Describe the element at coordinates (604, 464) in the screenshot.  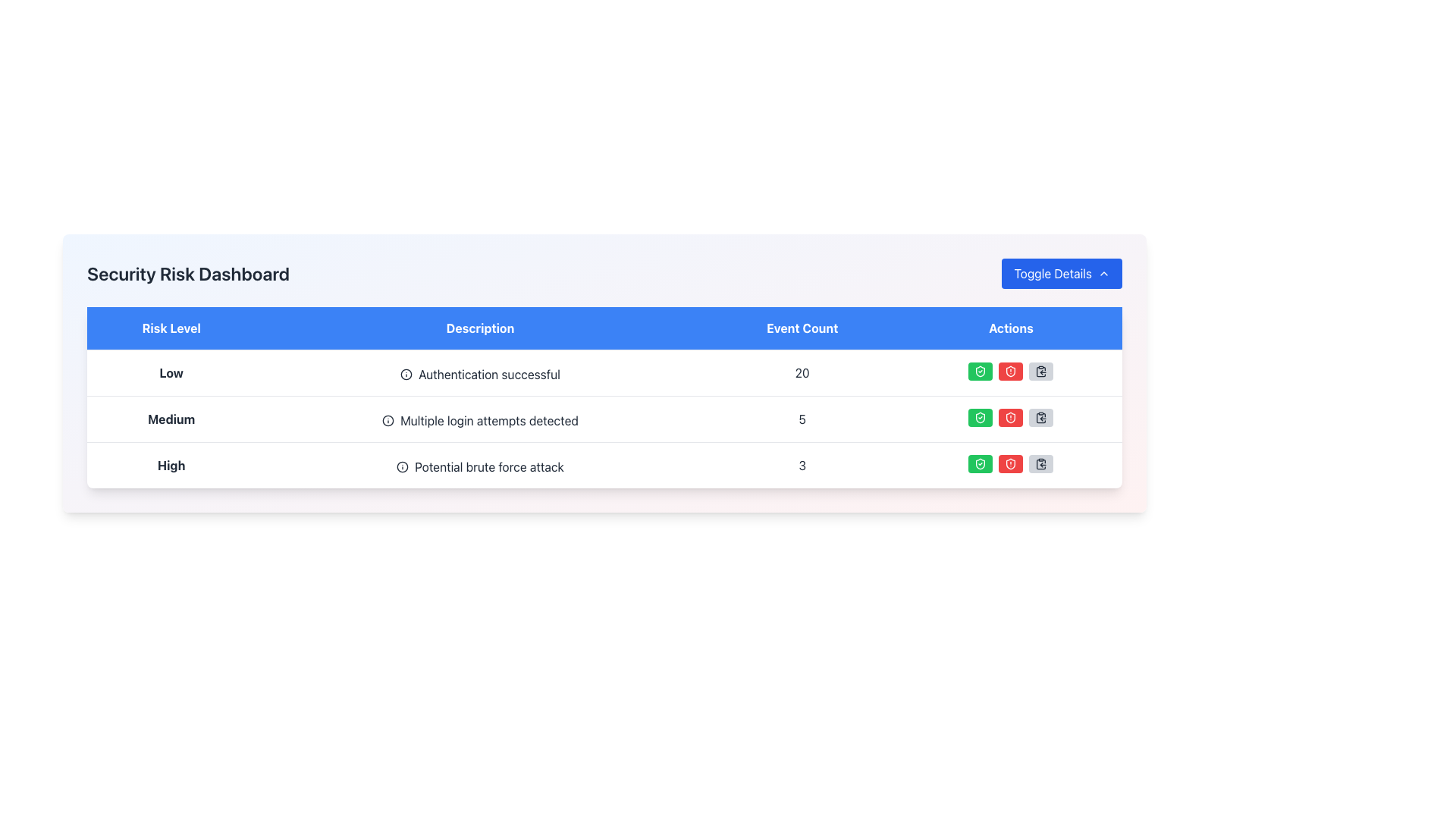
I see `the table row displaying the risk level 'High' with the description 'Potential brute force attack' and event count '3'` at that location.